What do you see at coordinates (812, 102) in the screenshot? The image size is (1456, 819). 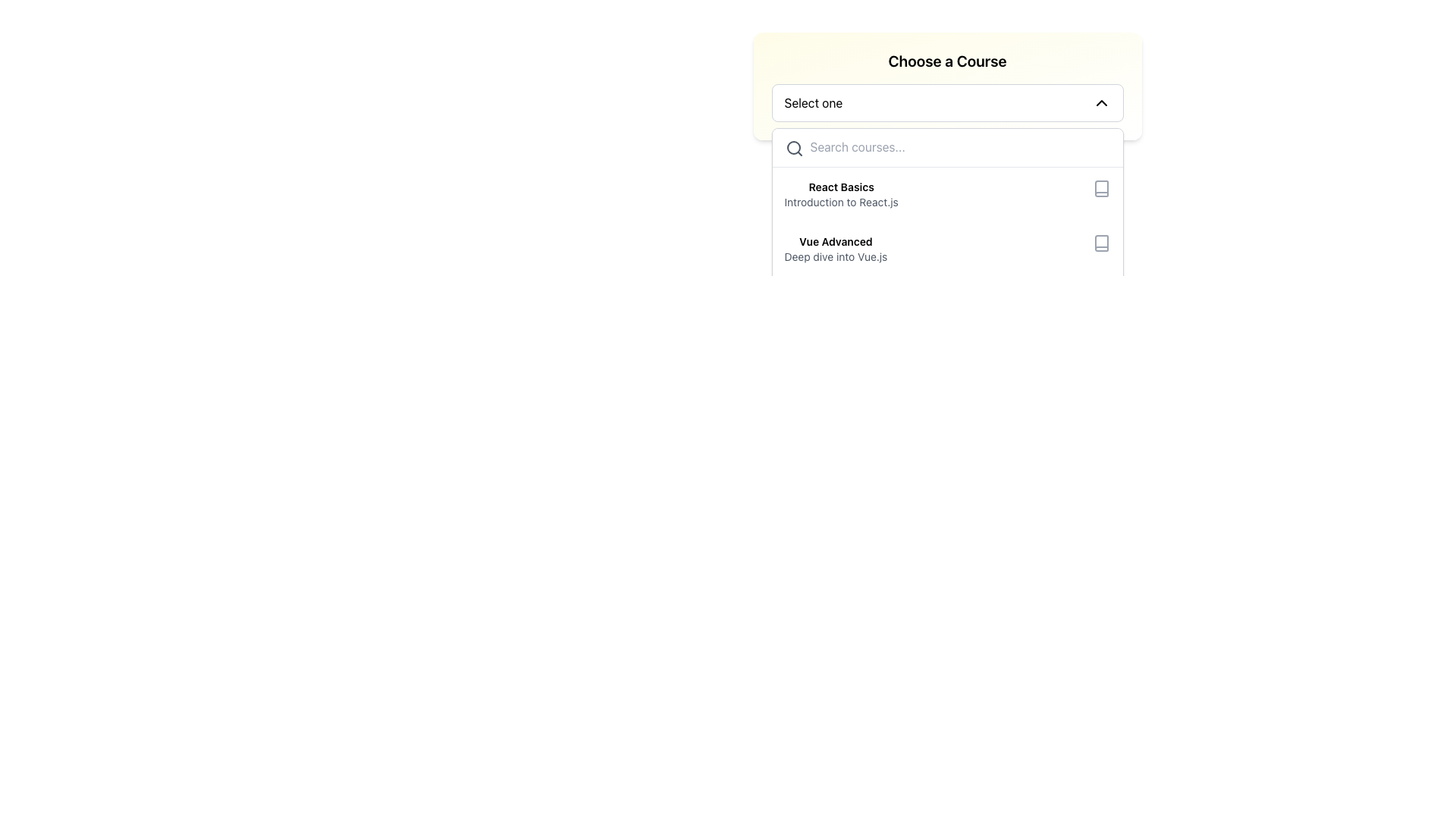 I see `the drop-down labeled 'Select one'` at bounding box center [812, 102].